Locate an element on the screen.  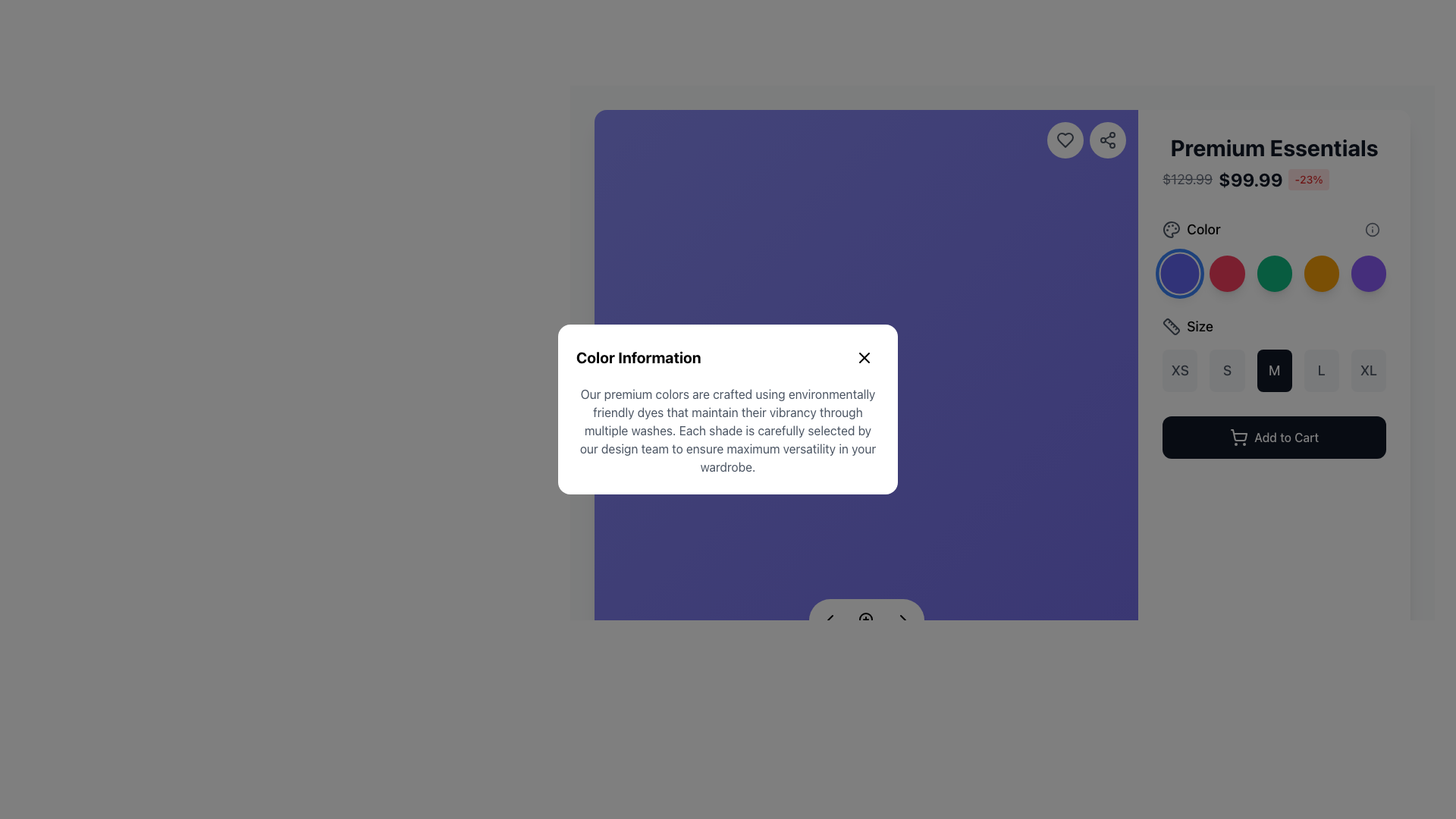
the Information Icon or Tooltip Trigger located at the top right of the color property section is located at coordinates (1372, 230).